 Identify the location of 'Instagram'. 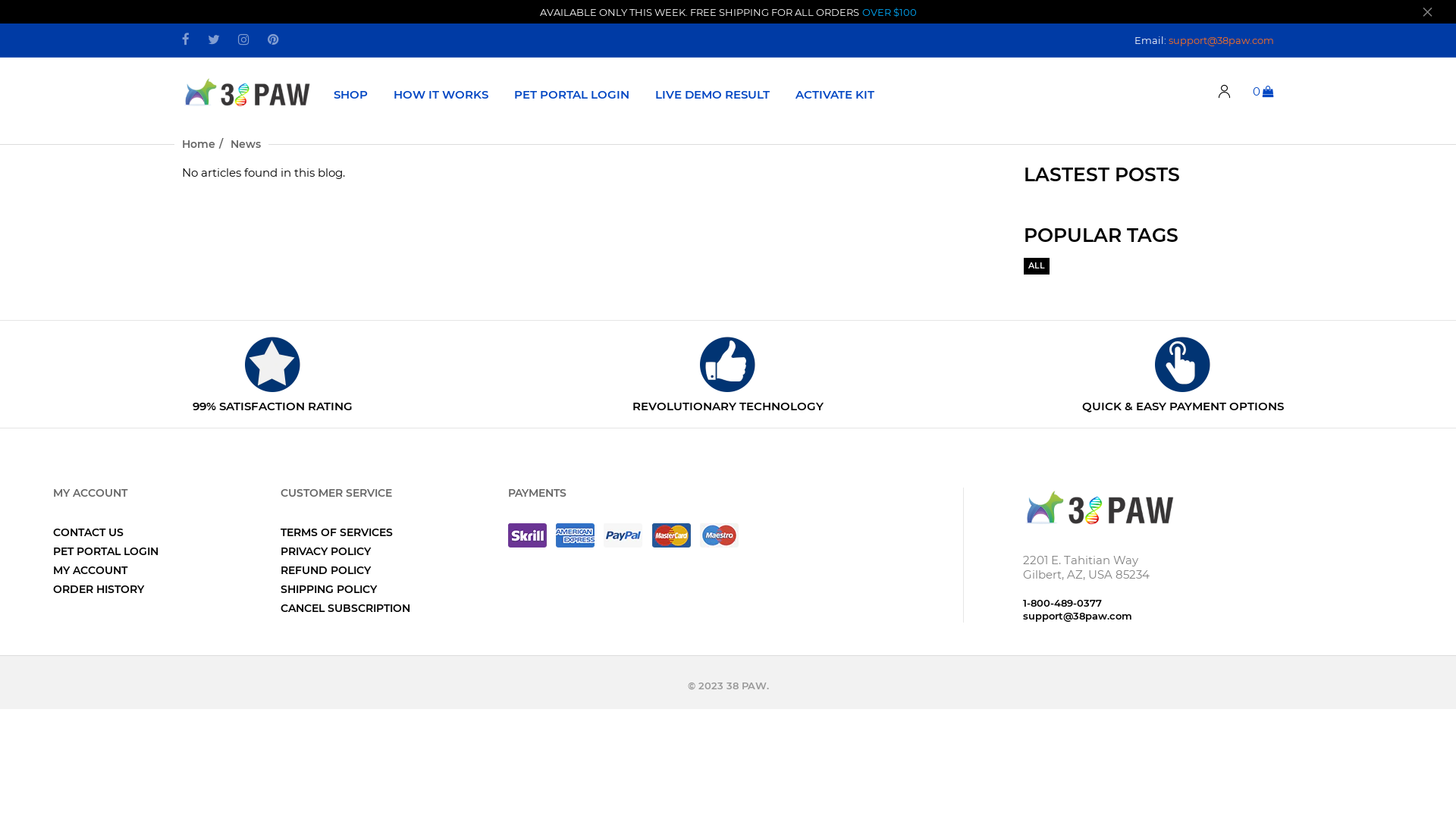
(237, 39).